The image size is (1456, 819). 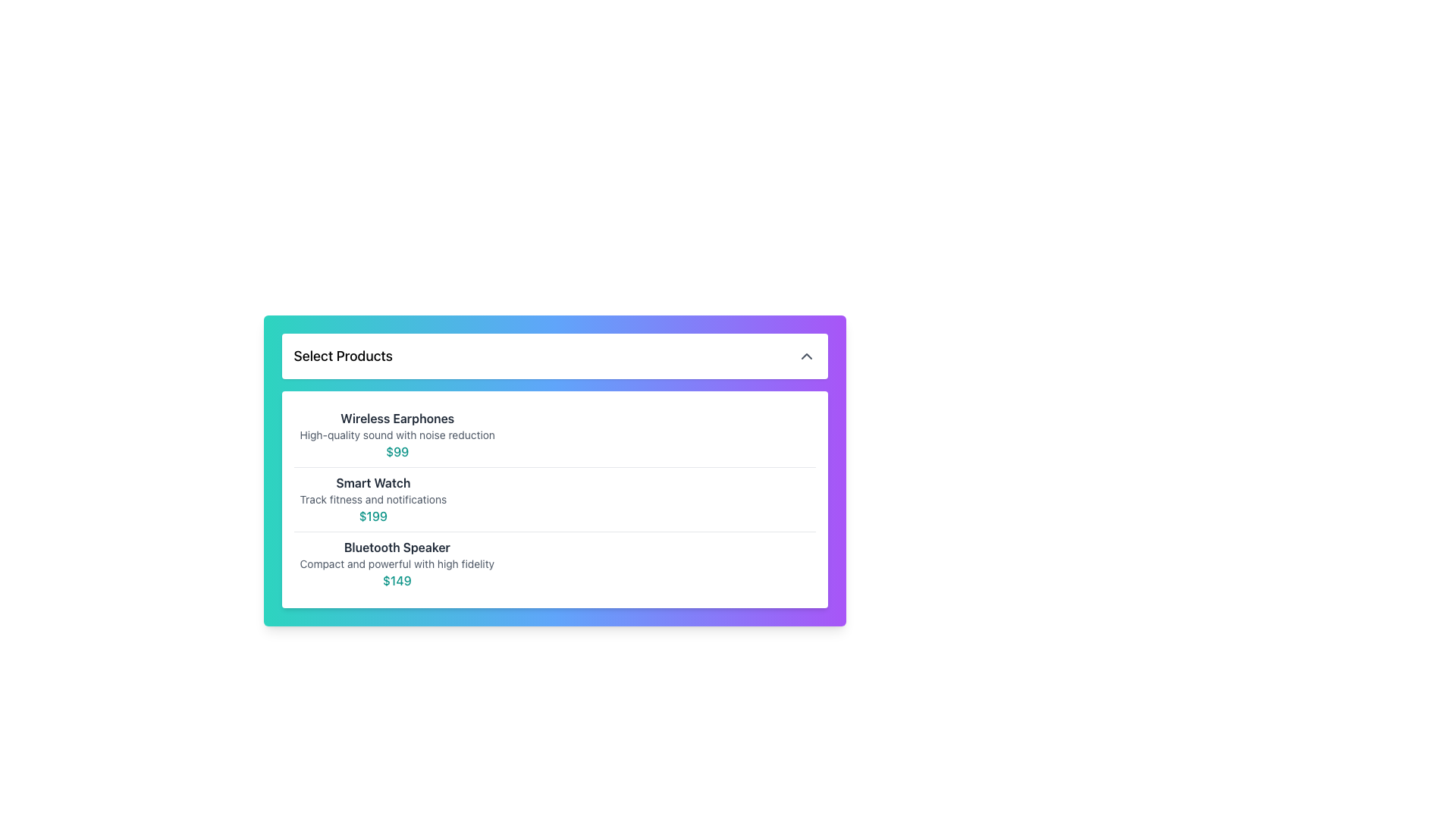 I want to click on the Text Display element that presents product details, located between 'Wireless Earphones' and 'Bluetooth Speaker', so click(x=373, y=500).